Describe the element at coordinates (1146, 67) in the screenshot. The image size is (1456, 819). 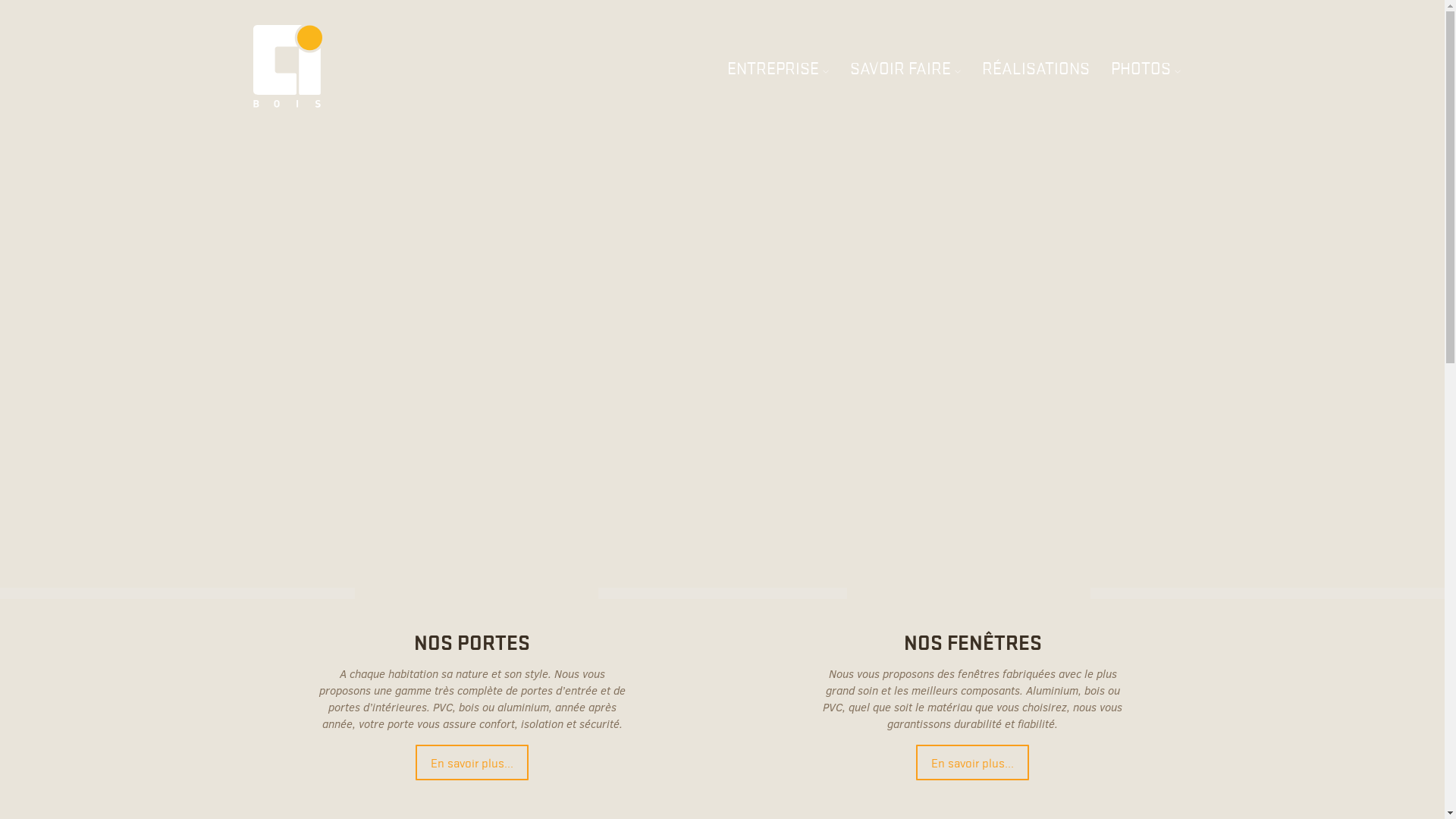
I see `'PHOTOS'` at that location.